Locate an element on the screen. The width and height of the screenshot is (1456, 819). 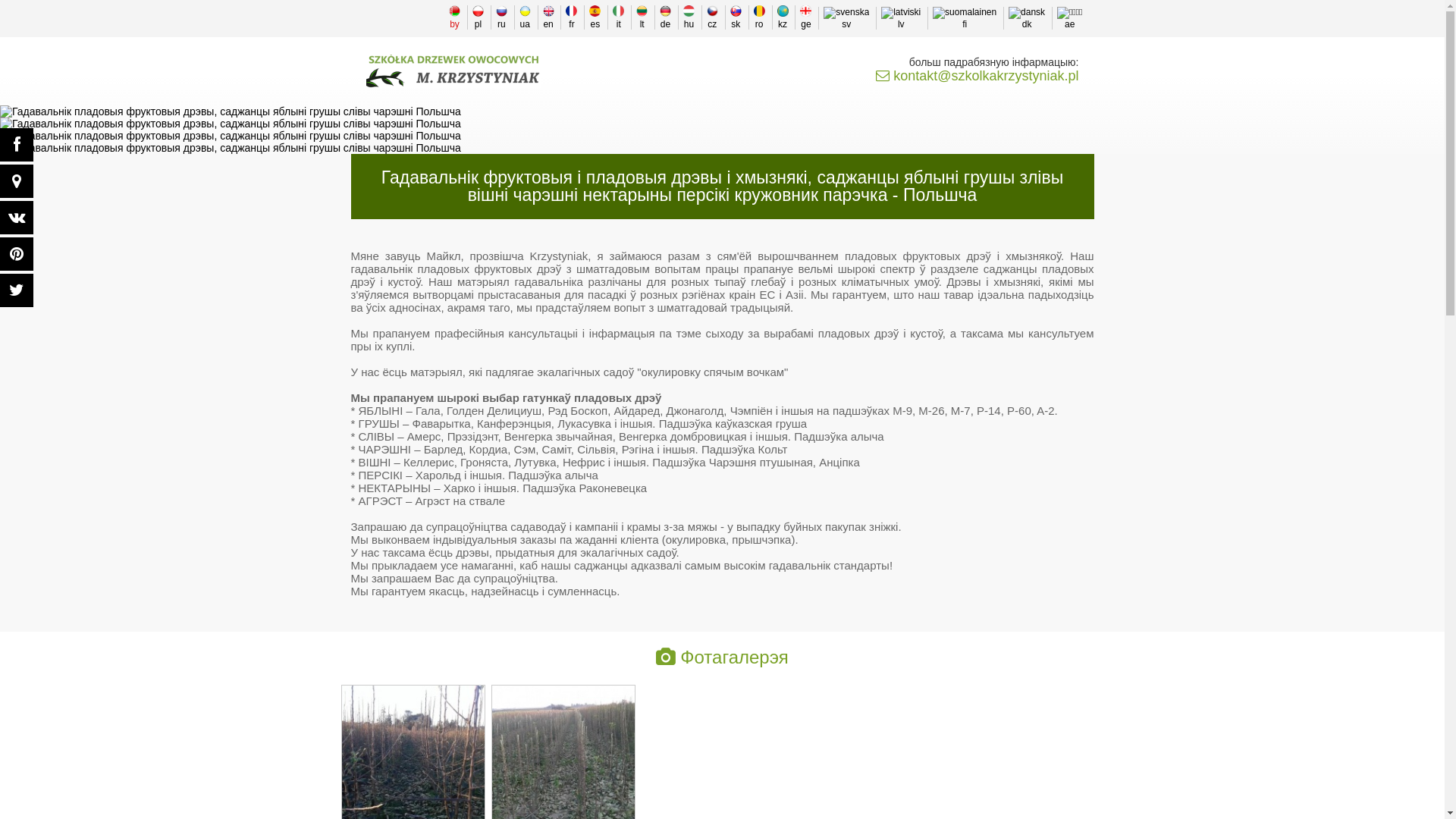
'cz' is located at coordinates (711, 17).